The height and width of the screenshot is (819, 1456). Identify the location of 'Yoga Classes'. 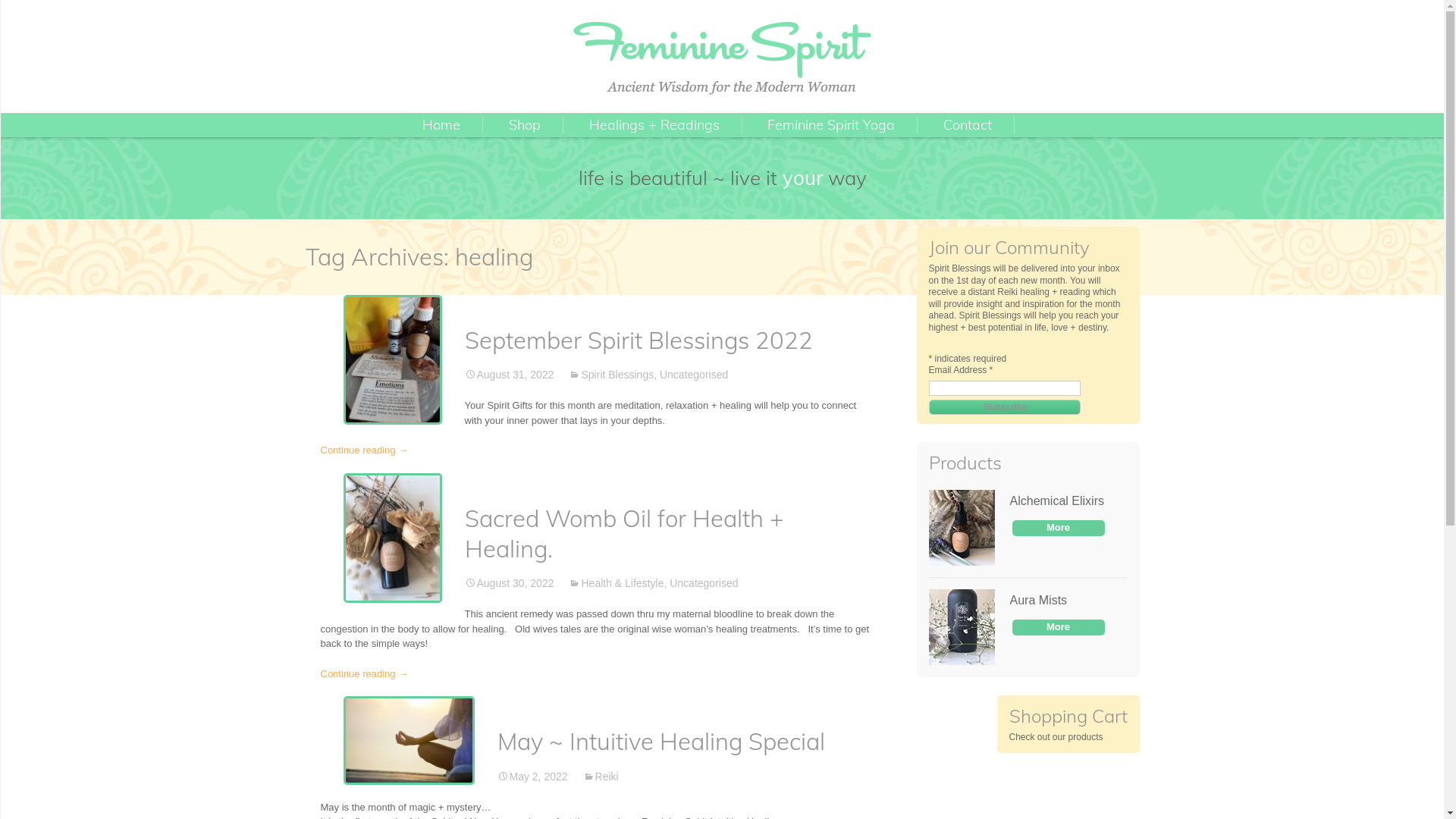
(742, 148).